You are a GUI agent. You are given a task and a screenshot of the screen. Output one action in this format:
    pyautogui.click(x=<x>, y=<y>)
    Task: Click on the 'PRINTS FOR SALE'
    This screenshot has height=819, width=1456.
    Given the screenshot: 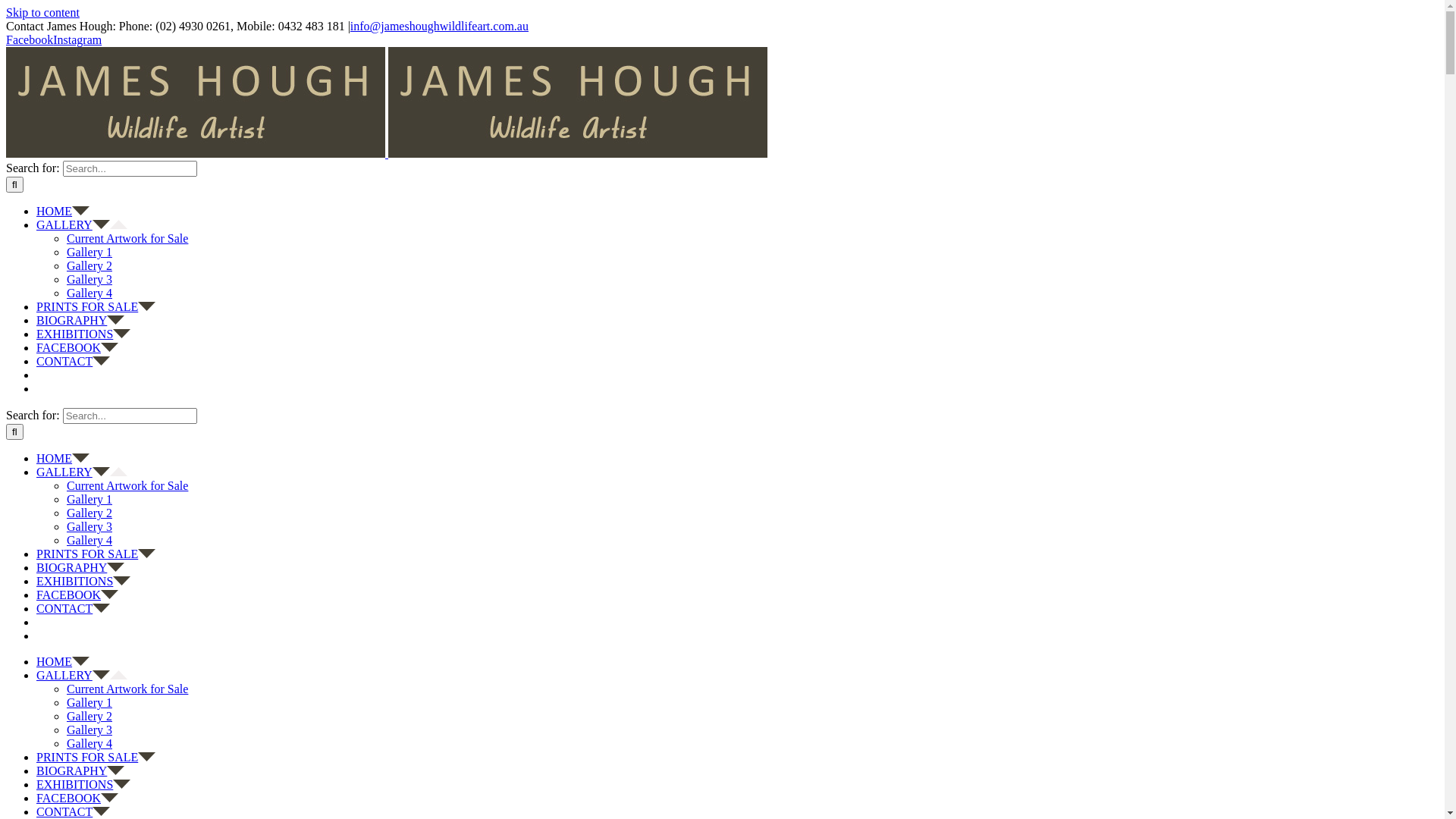 What is the action you would take?
    pyautogui.click(x=95, y=306)
    